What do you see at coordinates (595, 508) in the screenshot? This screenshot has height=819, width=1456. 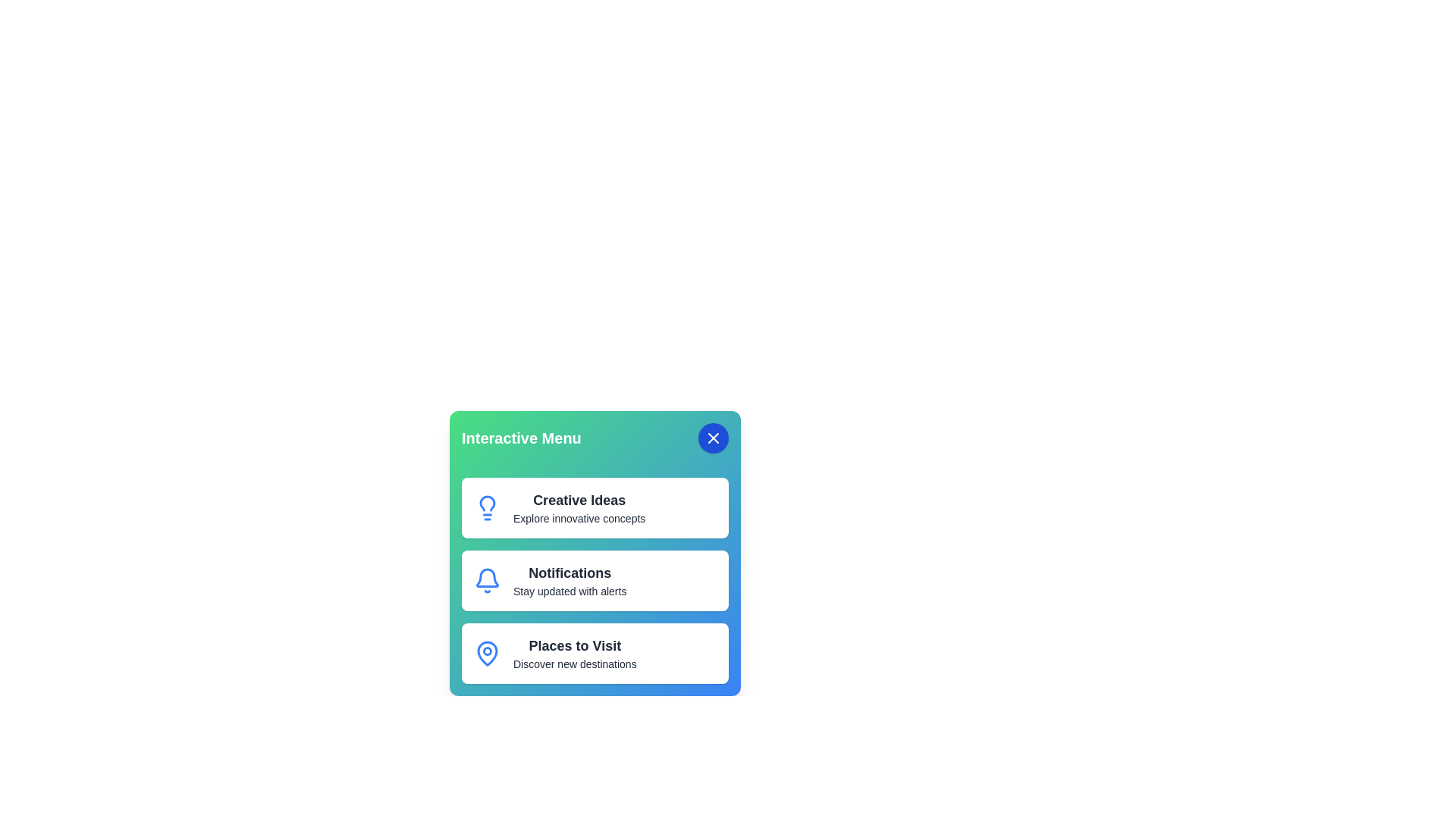 I see `the menu item corresponding to Creative Ideas` at bounding box center [595, 508].